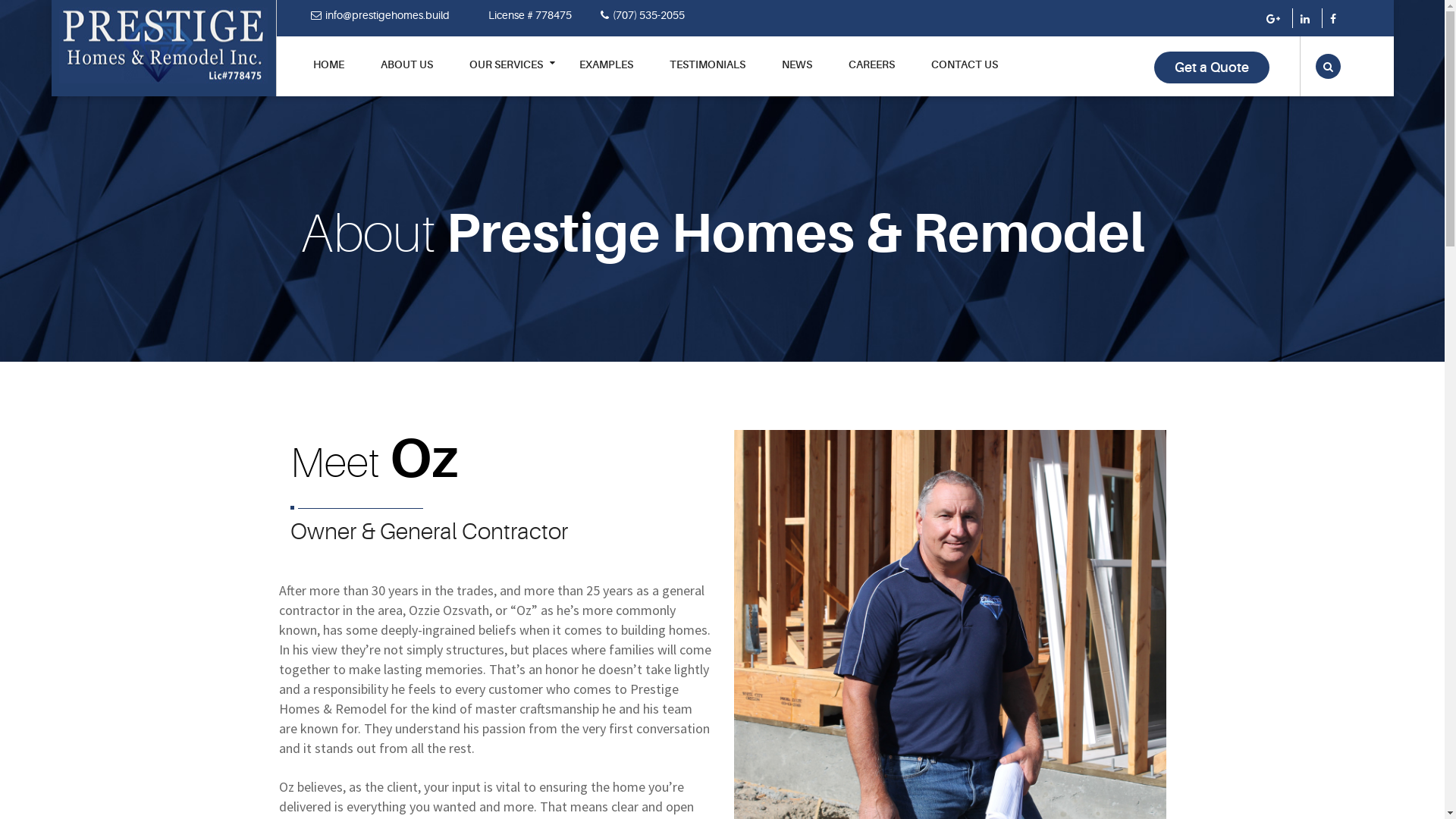  Describe the element at coordinates (705, 76) in the screenshot. I see `'TESTIMONIALS'` at that location.